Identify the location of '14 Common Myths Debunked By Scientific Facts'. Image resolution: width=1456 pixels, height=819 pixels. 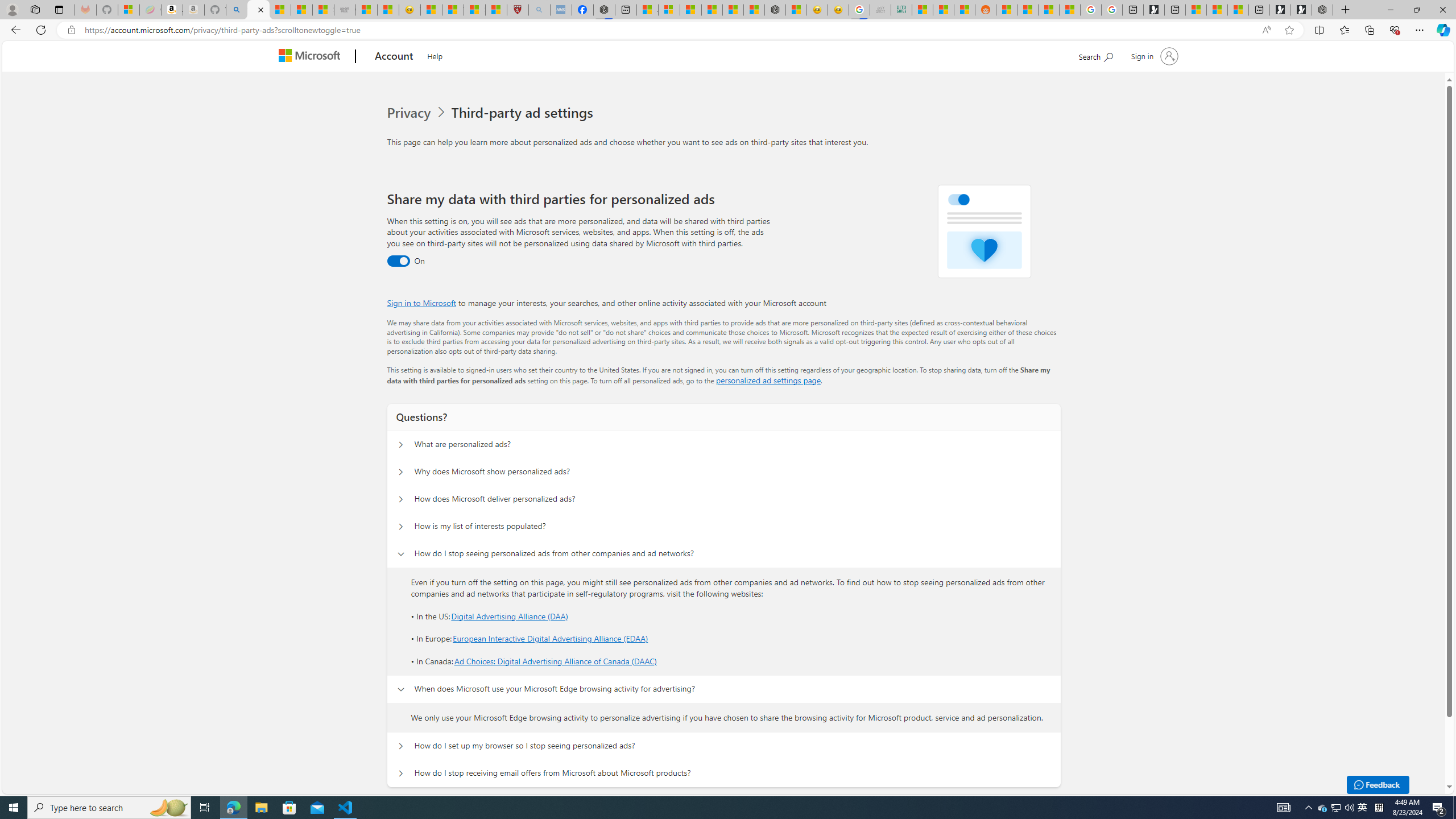
(733, 9).